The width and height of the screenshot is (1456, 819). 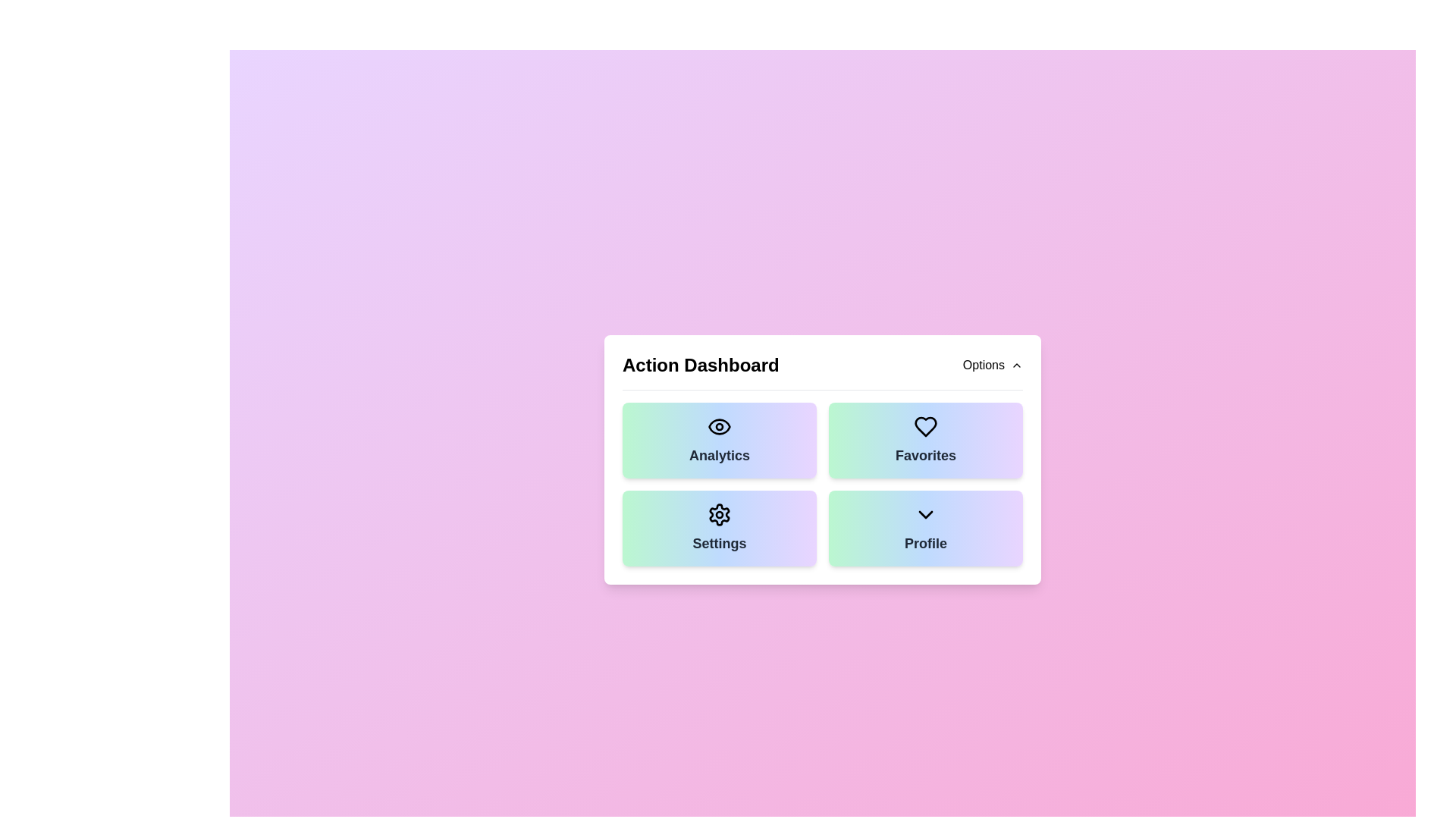 I want to click on the 'Profile' button located in the bottom right corner of the grid layout to trigger a visual effect, so click(x=924, y=527).